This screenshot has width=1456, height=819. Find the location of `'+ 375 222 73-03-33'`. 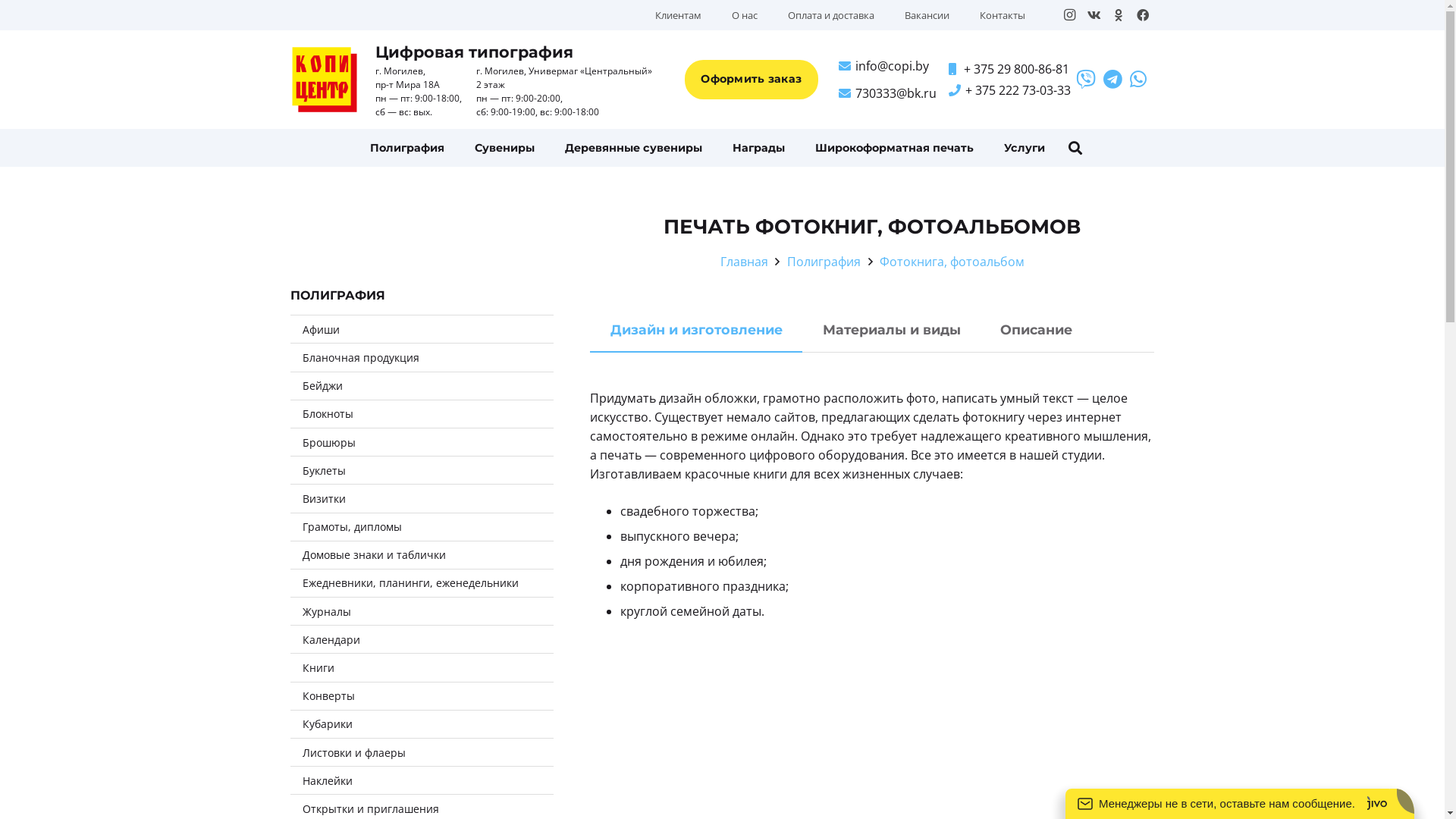

'+ 375 222 73-03-33' is located at coordinates (948, 90).